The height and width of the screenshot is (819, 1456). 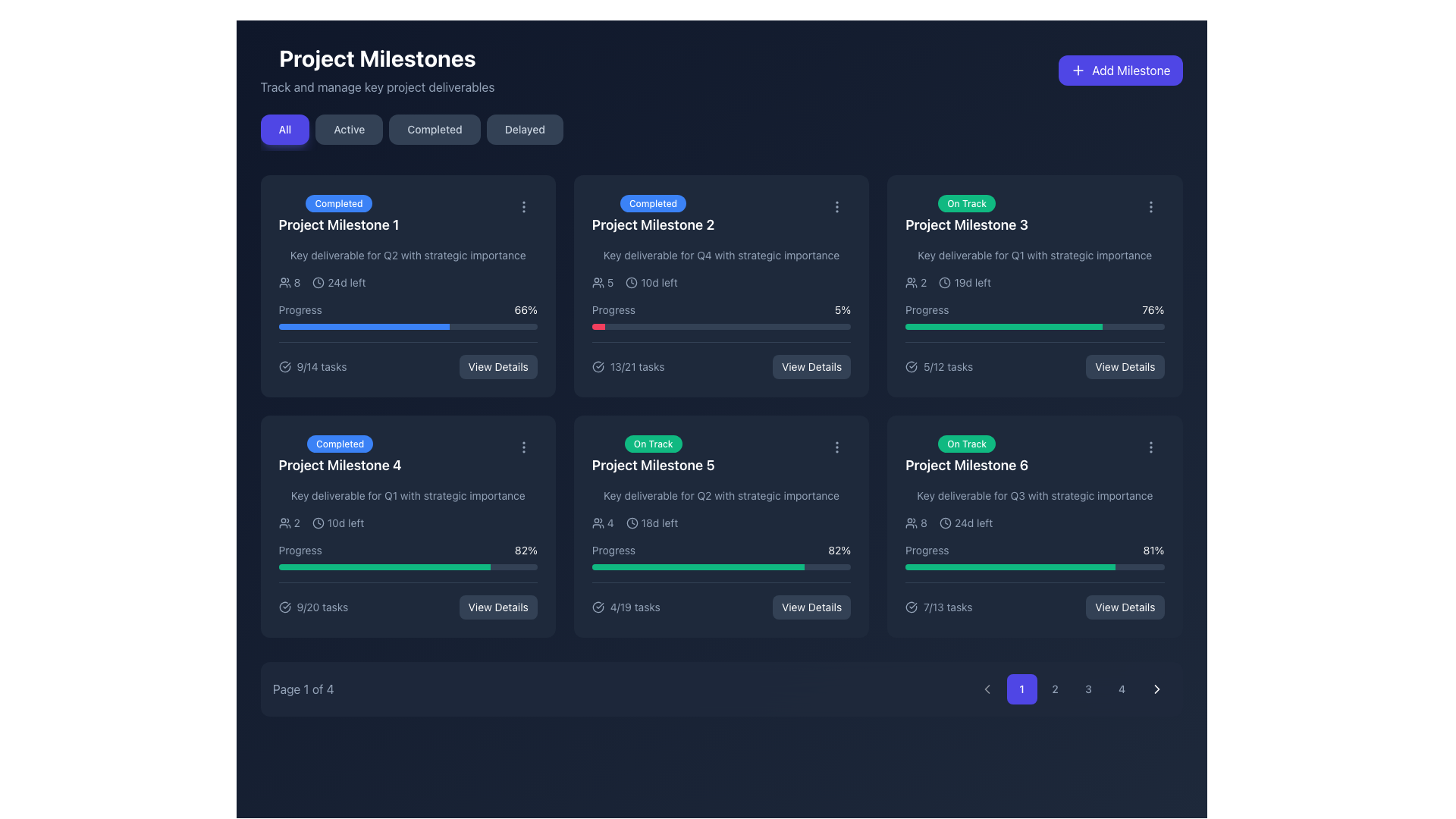 What do you see at coordinates (839, 550) in the screenshot?
I see `the text label displaying '82%' in white font, located next to the word 'Progress' within the 'Project Milestone 5' card` at bounding box center [839, 550].